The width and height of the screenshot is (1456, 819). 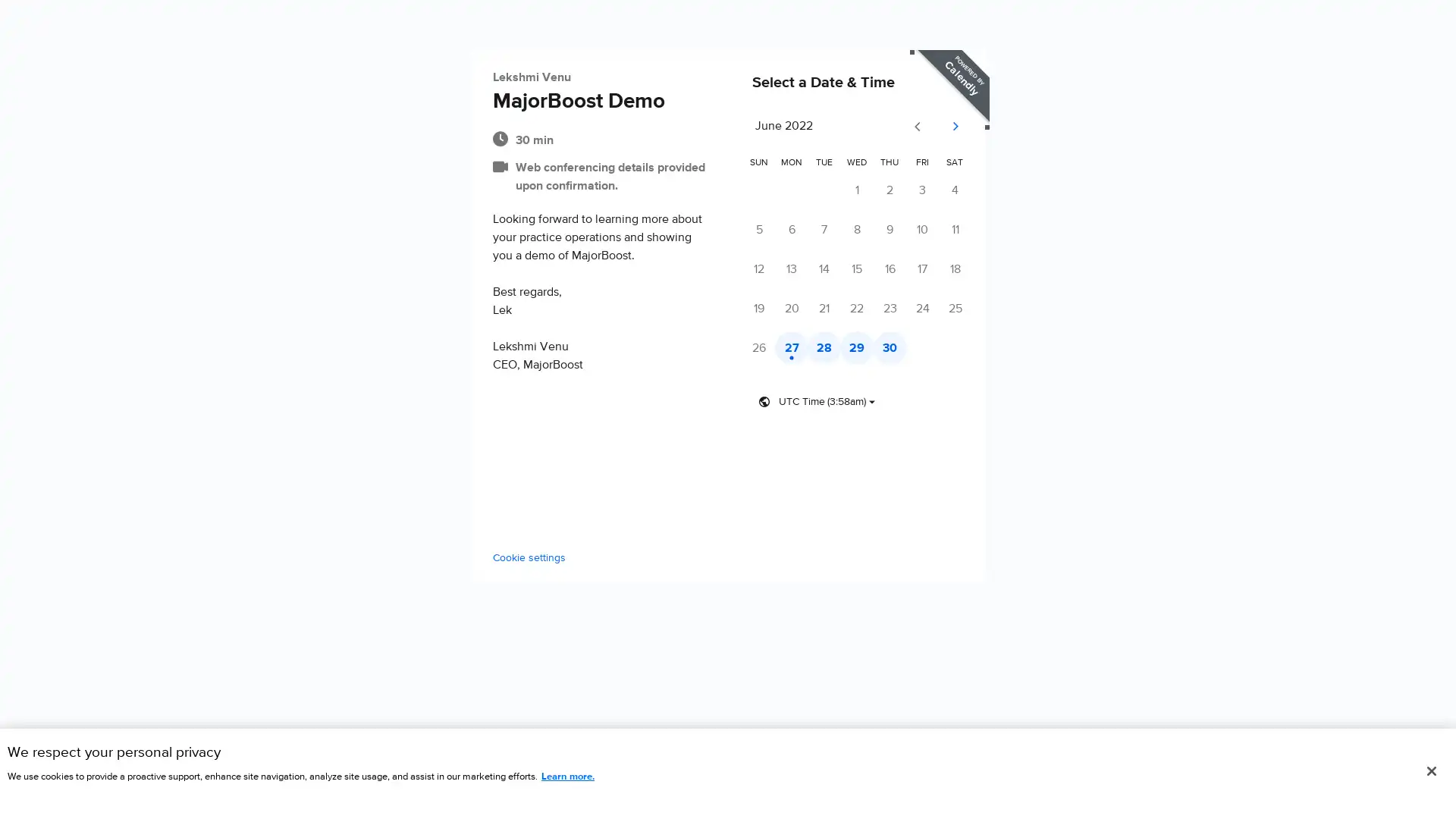 What do you see at coordinates (996, 231) in the screenshot?
I see `Saturday, June 11 - No times available` at bounding box center [996, 231].